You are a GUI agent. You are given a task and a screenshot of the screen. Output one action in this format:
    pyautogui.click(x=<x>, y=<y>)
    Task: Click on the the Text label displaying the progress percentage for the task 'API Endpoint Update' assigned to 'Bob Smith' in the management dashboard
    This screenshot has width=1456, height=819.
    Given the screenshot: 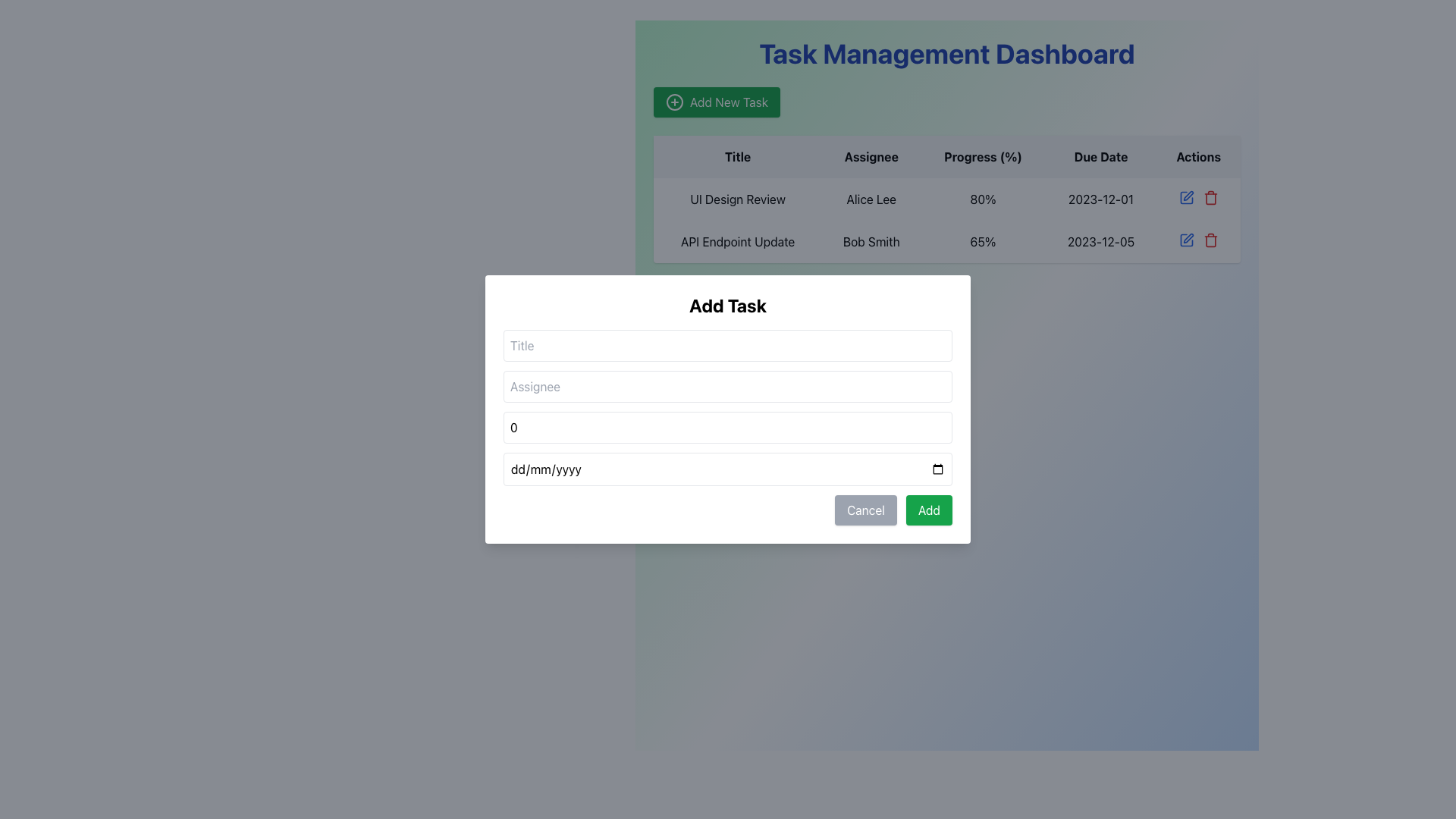 What is the action you would take?
    pyautogui.click(x=983, y=241)
    